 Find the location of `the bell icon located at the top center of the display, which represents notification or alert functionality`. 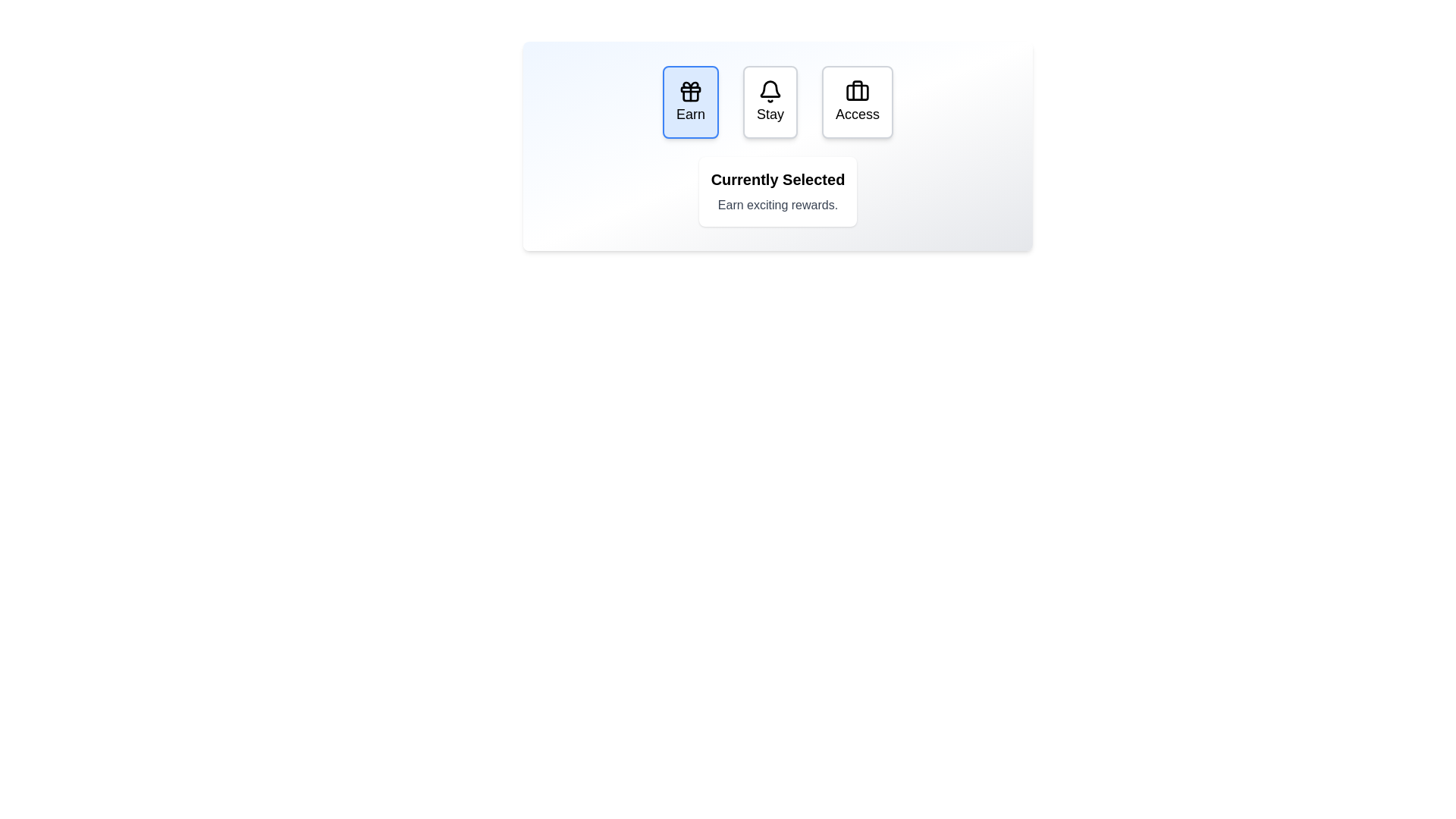

the bell icon located at the top center of the display, which represents notification or alert functionality is located at coordinates (770, 89).